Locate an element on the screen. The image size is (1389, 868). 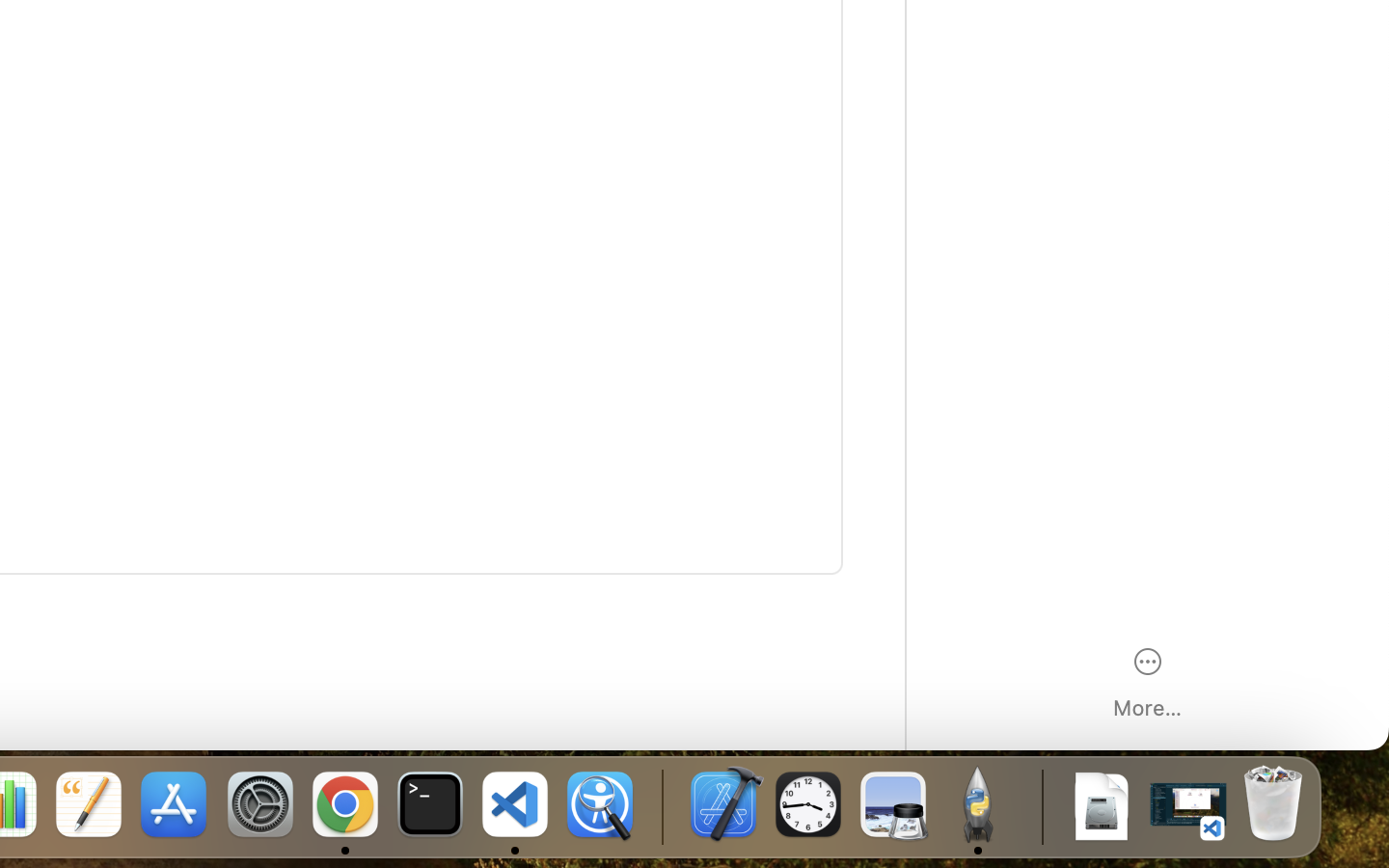
'0.4285714328289032' is located at coordinates (661, 805).